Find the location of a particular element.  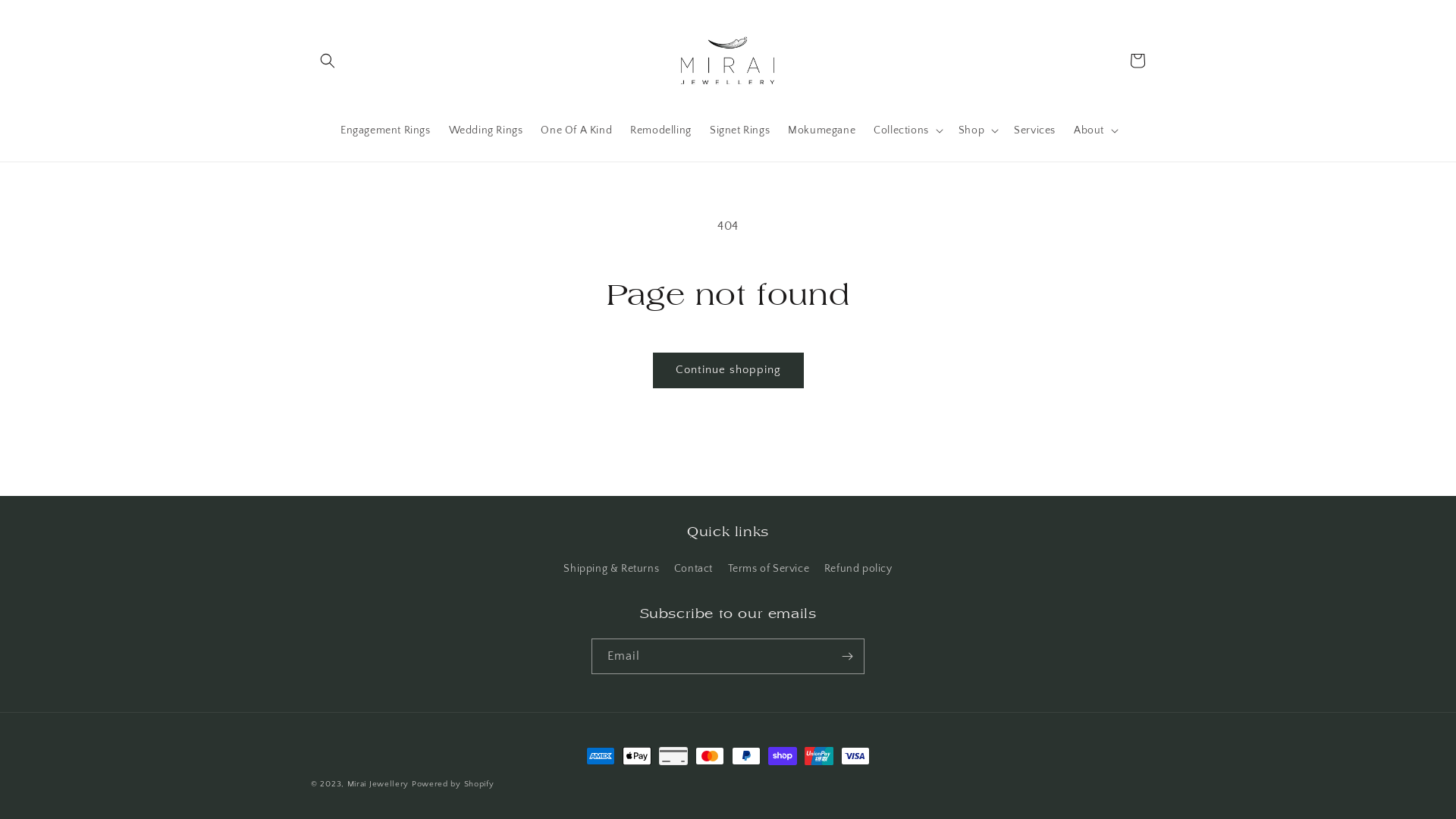

'Powered by Shopify' is located at coordinates (452, 783).